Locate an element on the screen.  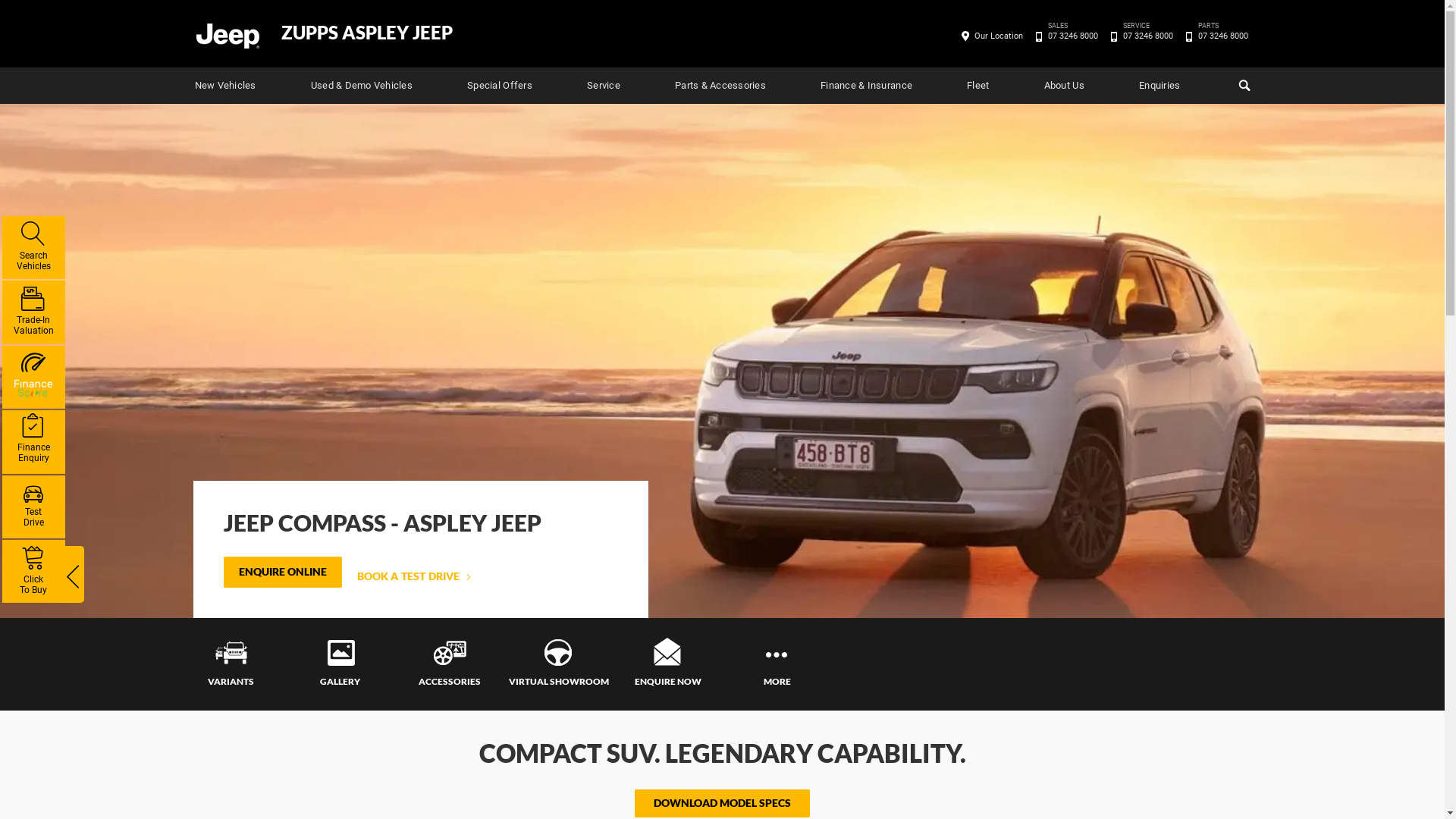
'Service' is located at coordinates (603, 85).